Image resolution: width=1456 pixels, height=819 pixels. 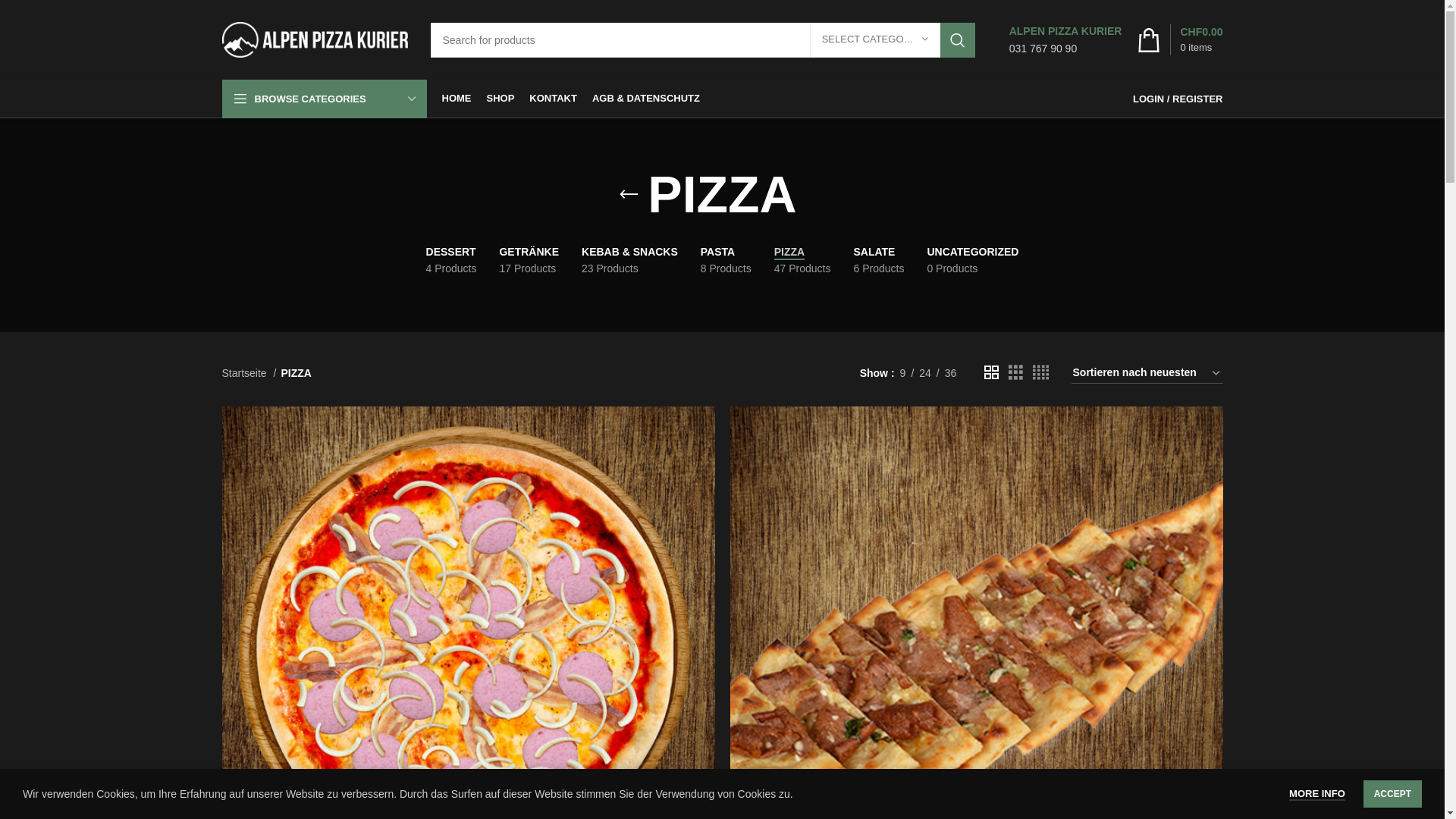 I want to click on 'Startseite', so click(x=248, y=373).